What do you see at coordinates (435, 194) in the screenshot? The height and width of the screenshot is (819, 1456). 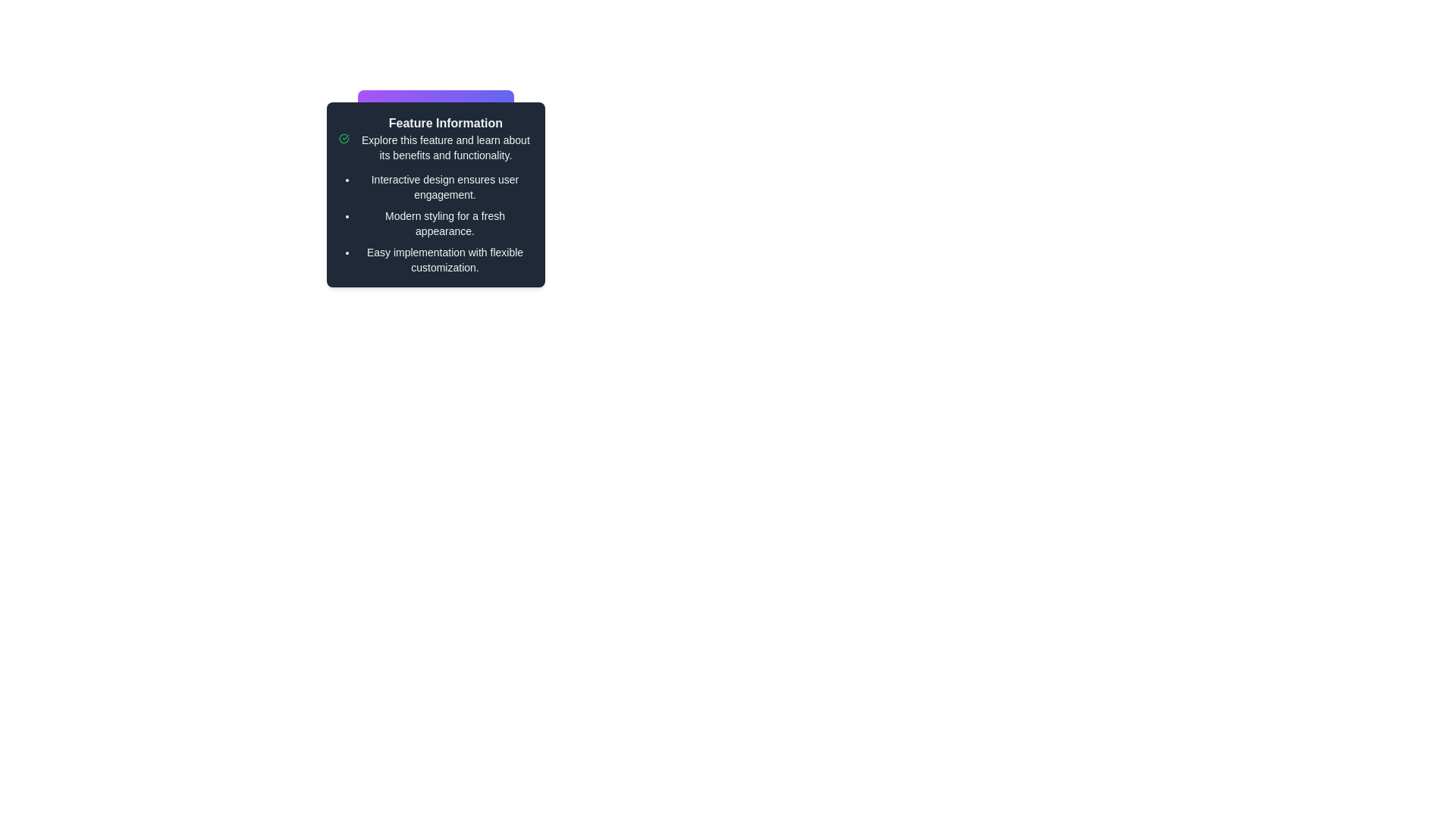 I see `content within the Informational panel, which has a dark gray background, rounded corners, and contains the title 'Feature Information' and descriptive text` at bounding box center [435, 194].